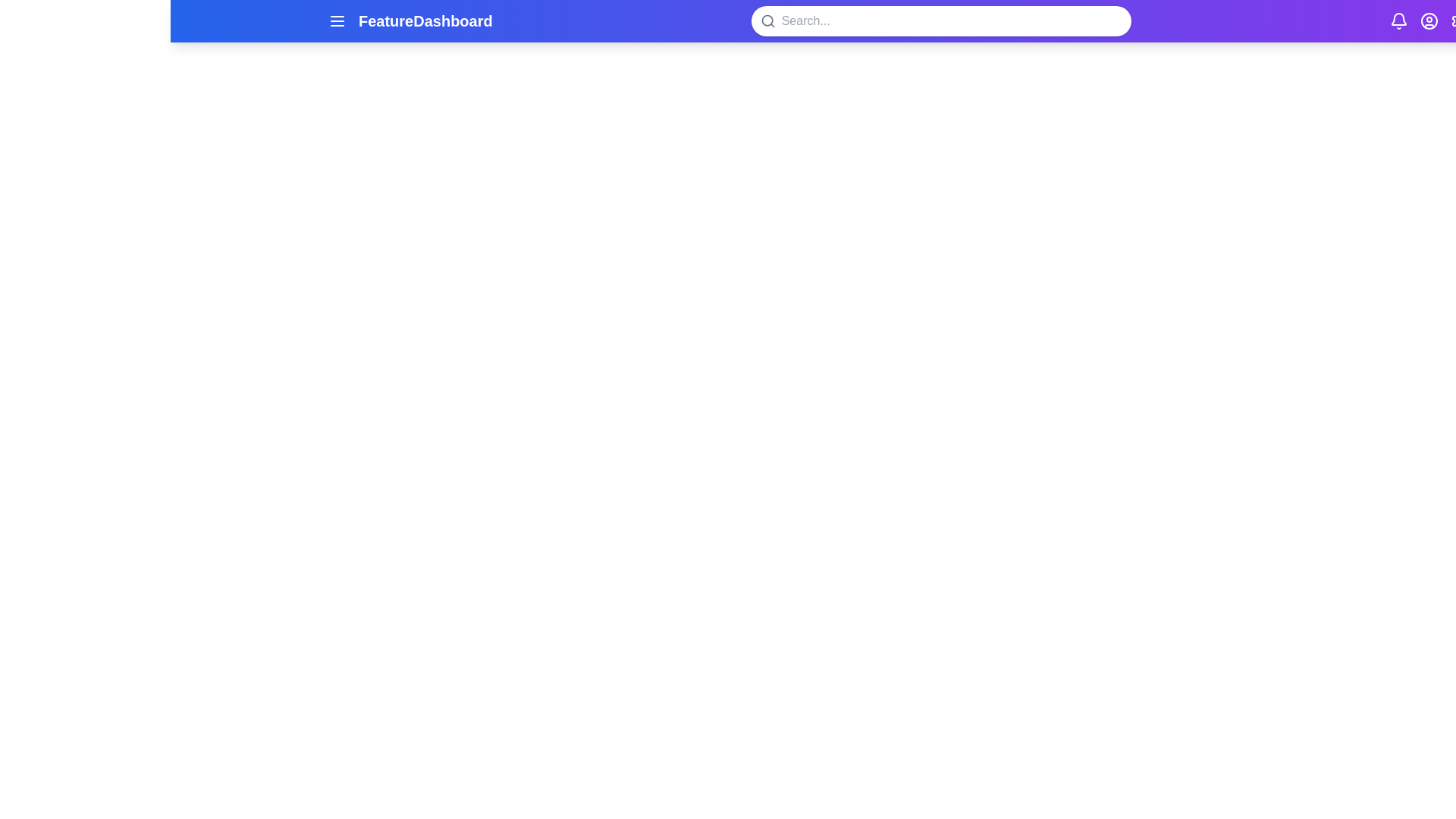 The image size is (1456, 819). Describe the element at coordinates (1429, 20) in the screenshot. I see `the user icon located at the top right corner of the interface, characterized by a circular outline and a minimalistic design` at that location.